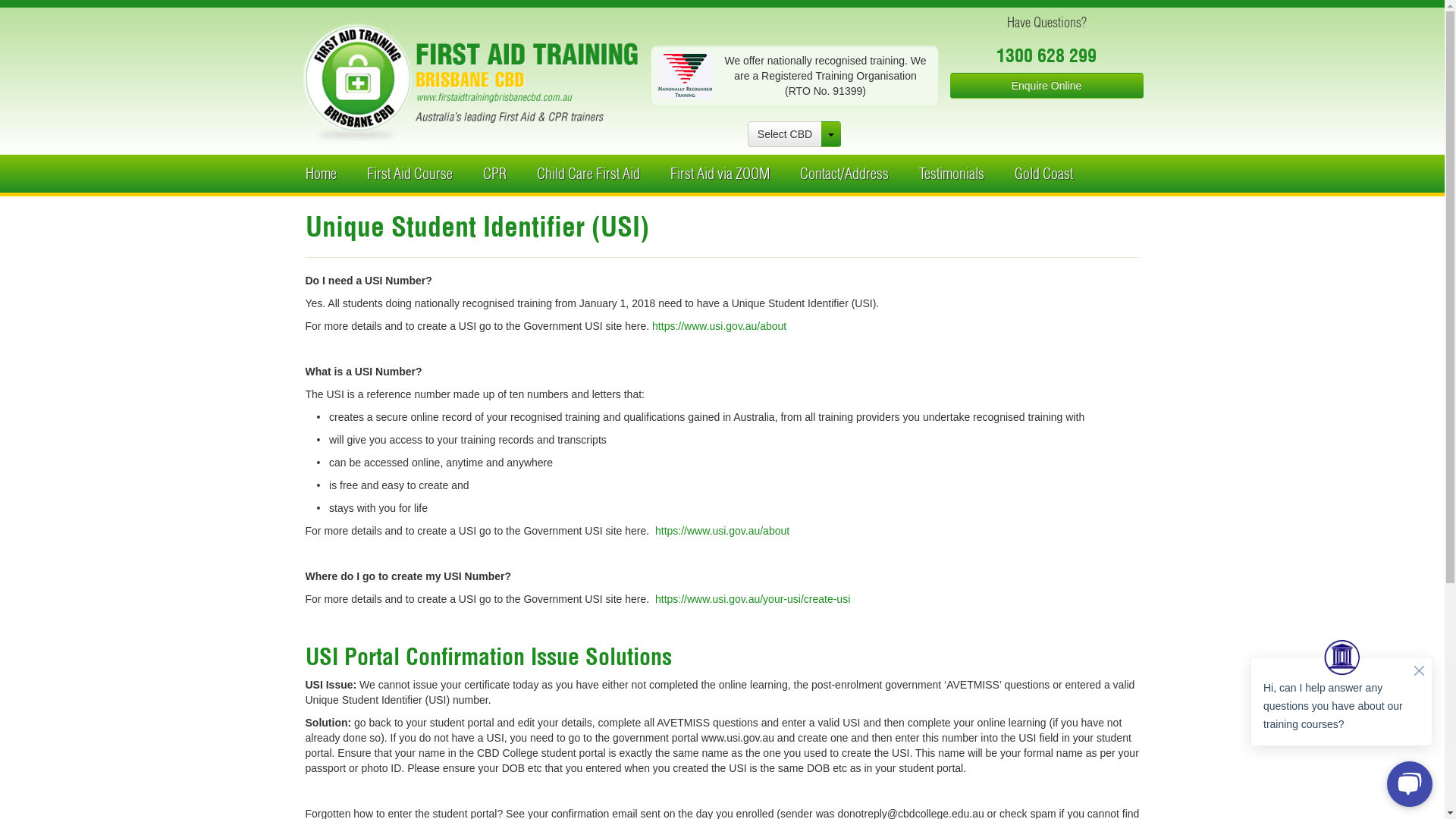  Describe the element at coordinates (950, 172) in the screenshot. I see `'Testimonials'` at that location.